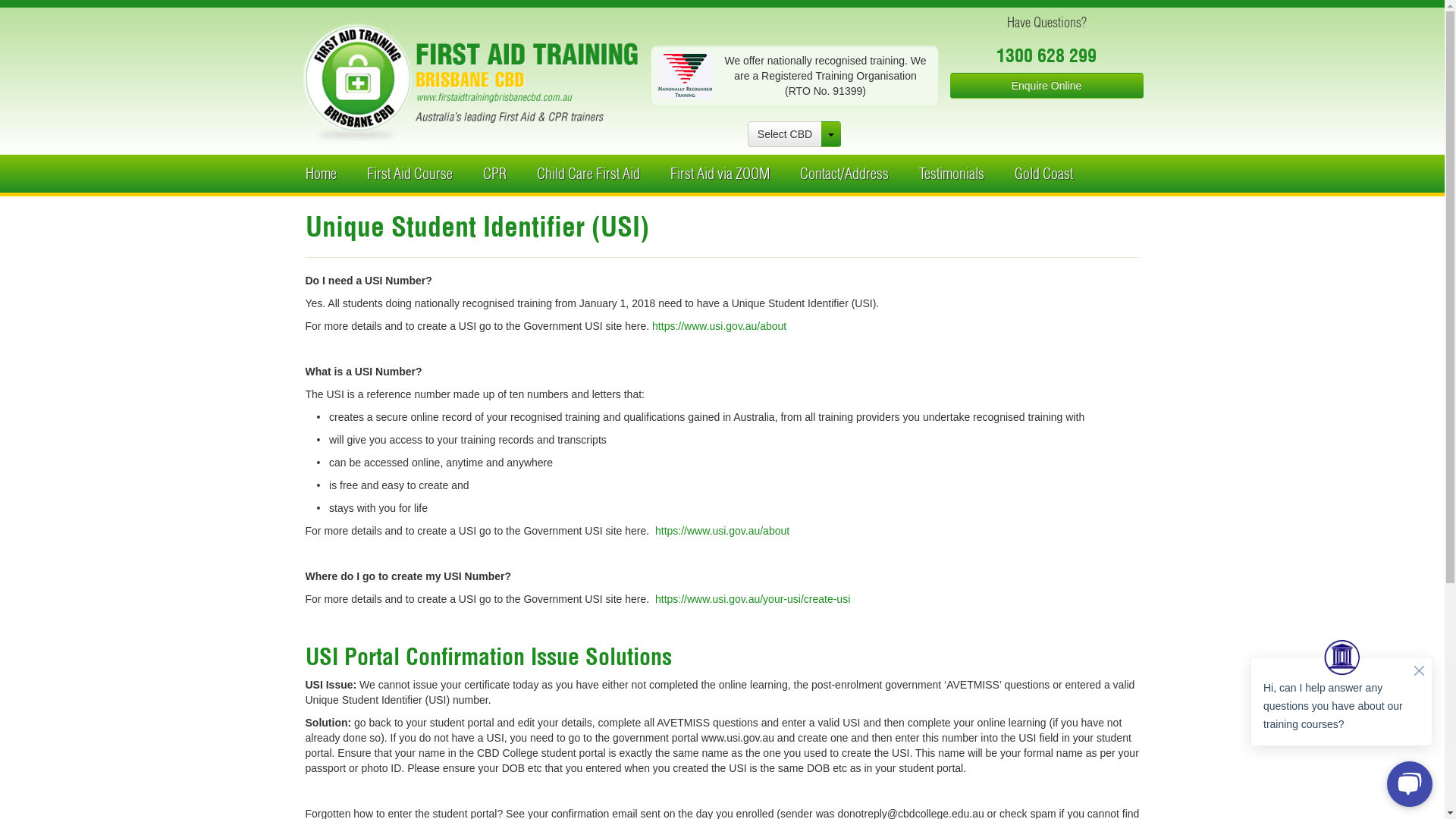  Describe the element at coordinates (950, 172) in the screenshot. I see `'Testimonials'` at that location.